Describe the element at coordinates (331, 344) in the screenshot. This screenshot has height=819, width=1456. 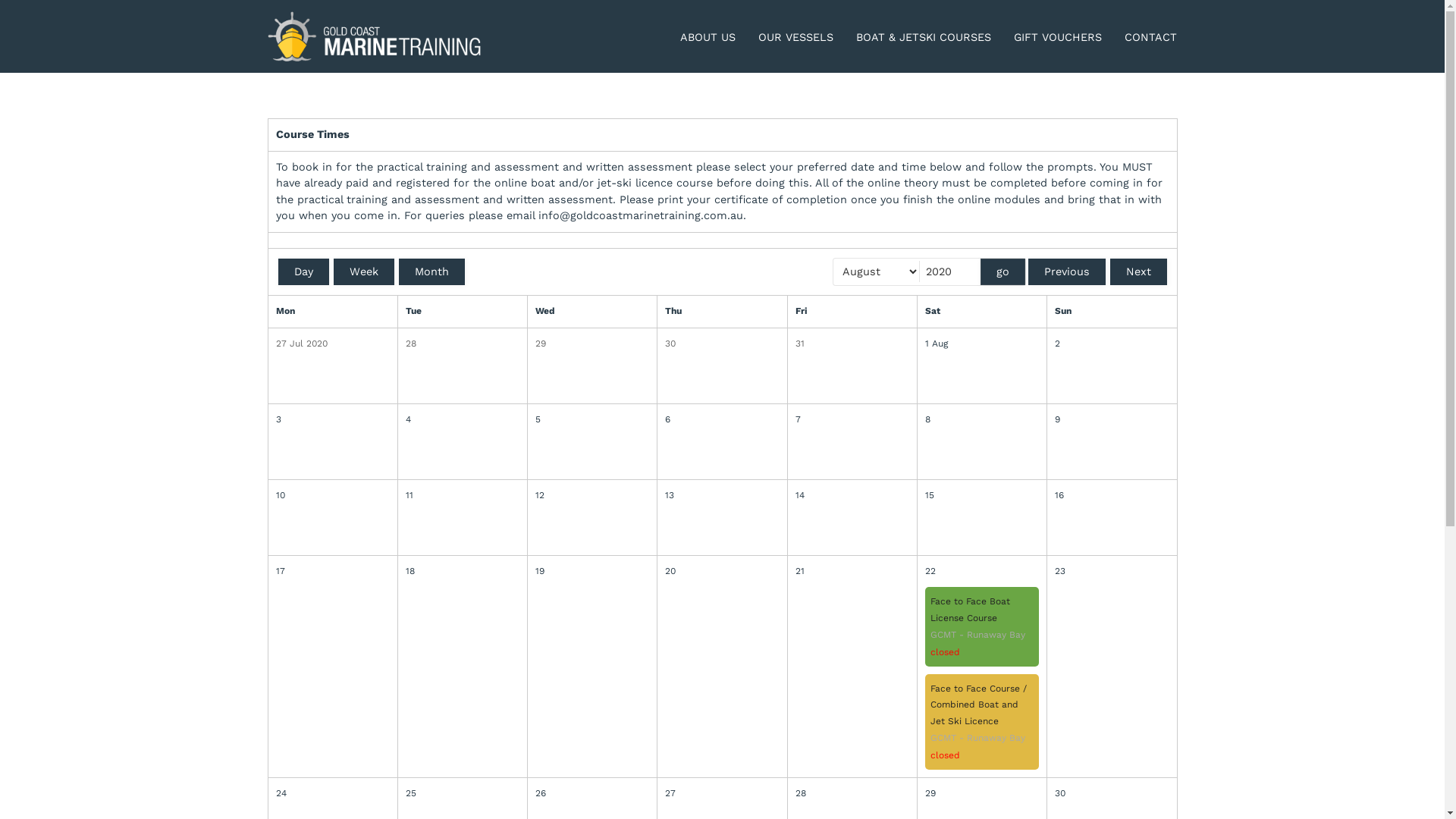
I see `'27 Jul 2020'` at that location.